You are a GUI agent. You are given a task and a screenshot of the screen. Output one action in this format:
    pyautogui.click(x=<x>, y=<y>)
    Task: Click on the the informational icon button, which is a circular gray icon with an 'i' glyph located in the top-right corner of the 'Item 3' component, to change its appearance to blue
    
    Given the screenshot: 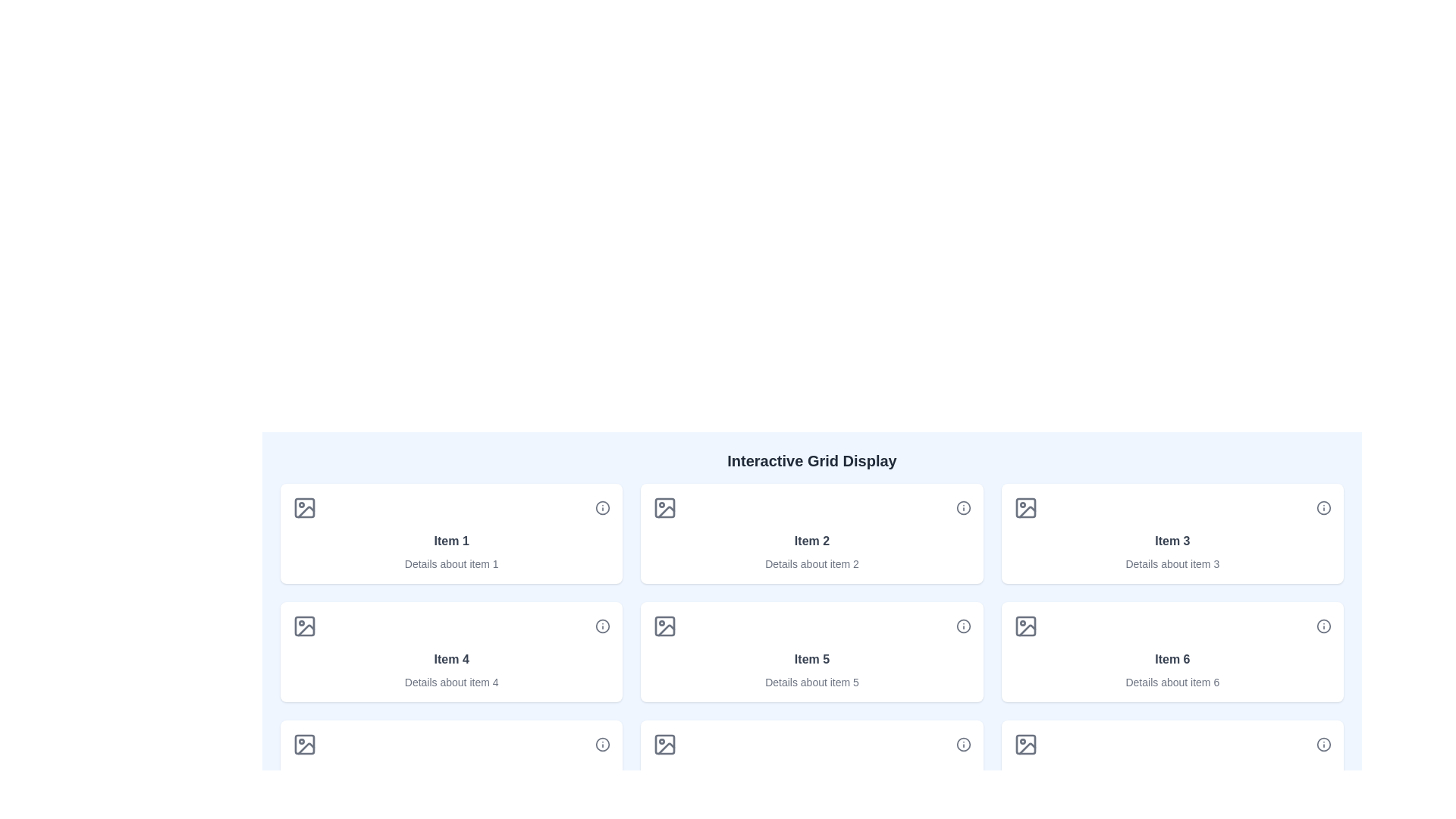 What is the action you would take?
    pyautogui.click(x=1323, y=508)
    